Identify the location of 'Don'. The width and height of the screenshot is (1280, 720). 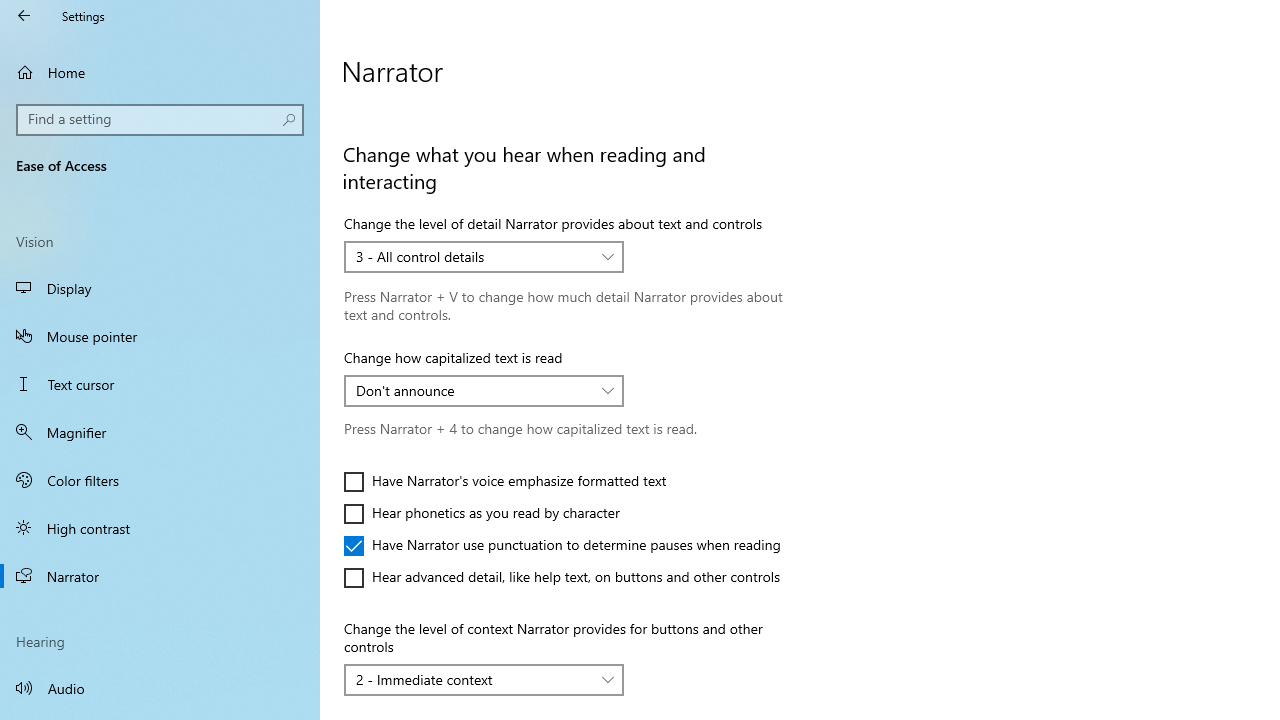
(472, 390).